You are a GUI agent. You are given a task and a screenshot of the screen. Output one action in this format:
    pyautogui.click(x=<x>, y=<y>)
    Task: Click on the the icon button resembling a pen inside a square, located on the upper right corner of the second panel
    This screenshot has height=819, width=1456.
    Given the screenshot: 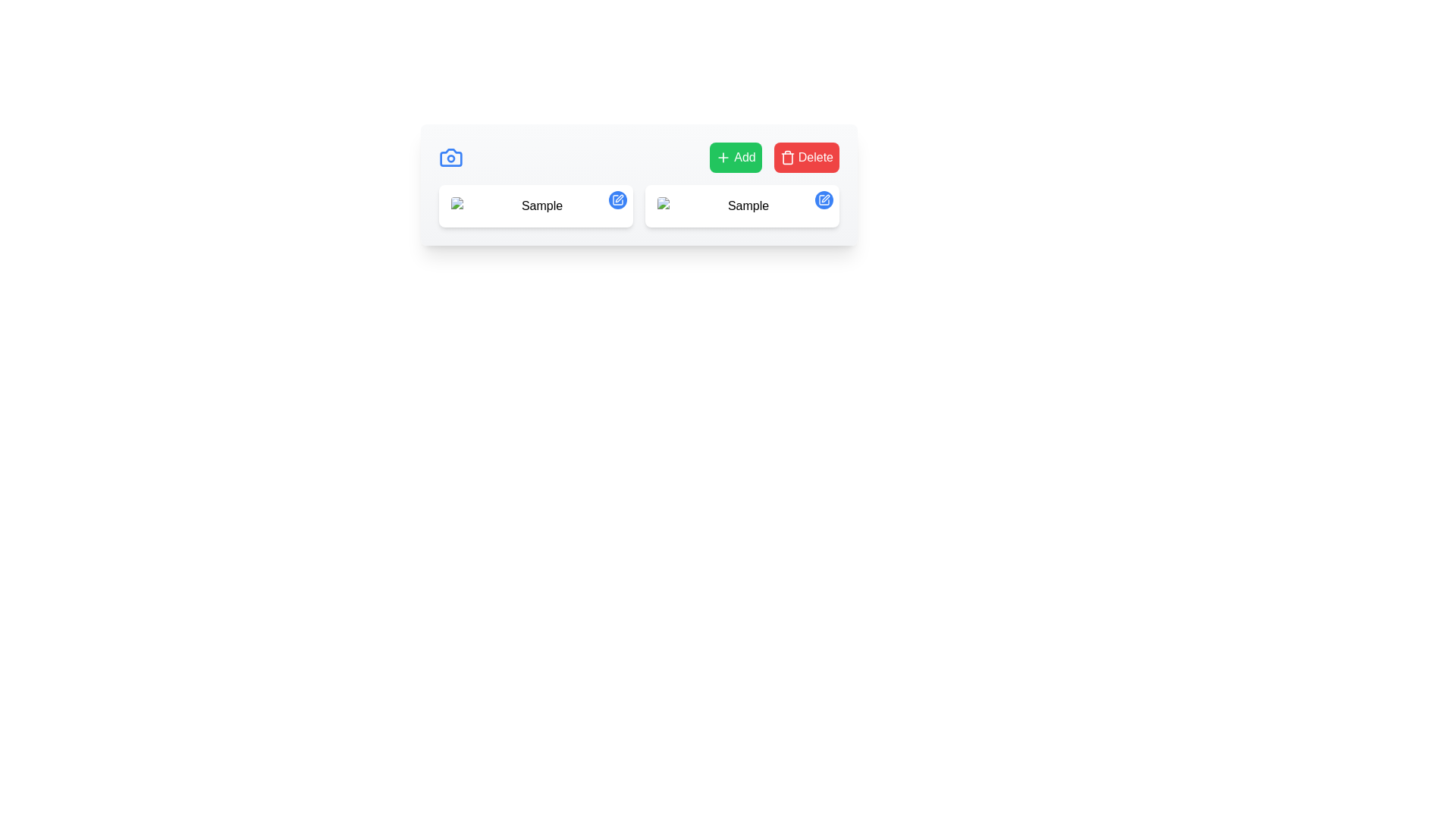 What is the action you would take?
    pyautogui.click(x=618, y=199)
    